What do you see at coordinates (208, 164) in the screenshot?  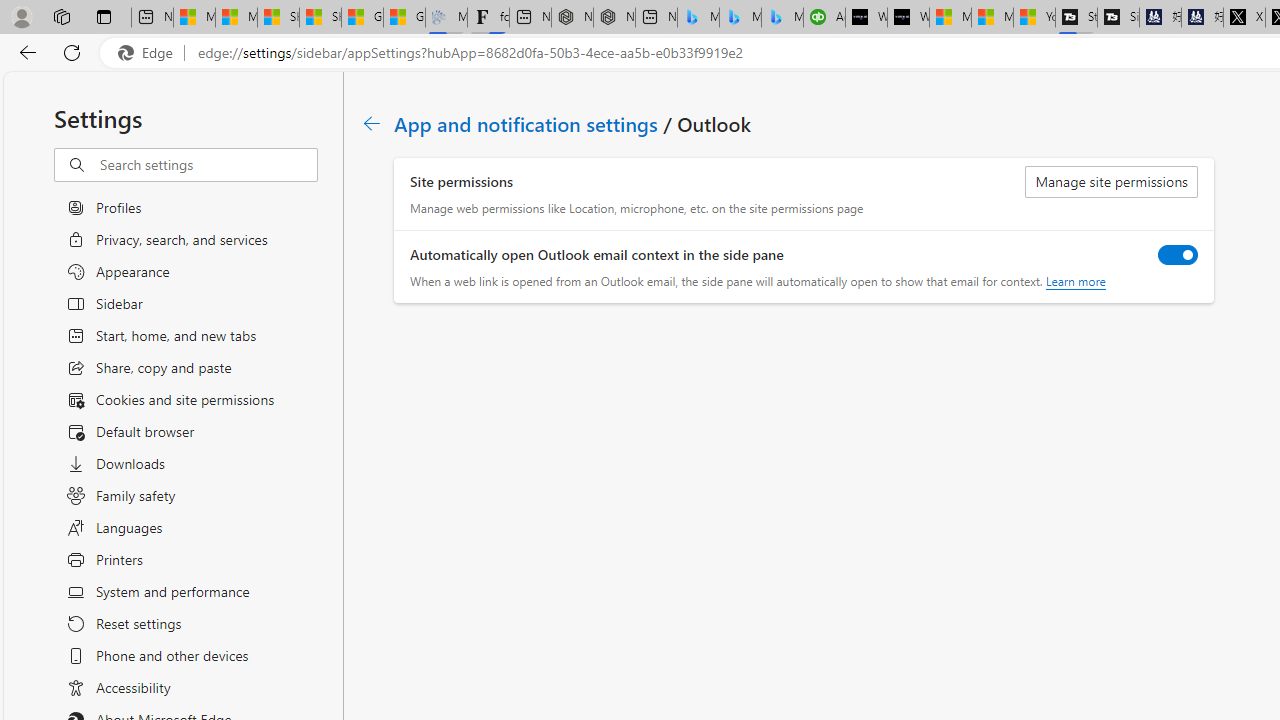 I see `'Search settings'` at bounding box center [208, 164].